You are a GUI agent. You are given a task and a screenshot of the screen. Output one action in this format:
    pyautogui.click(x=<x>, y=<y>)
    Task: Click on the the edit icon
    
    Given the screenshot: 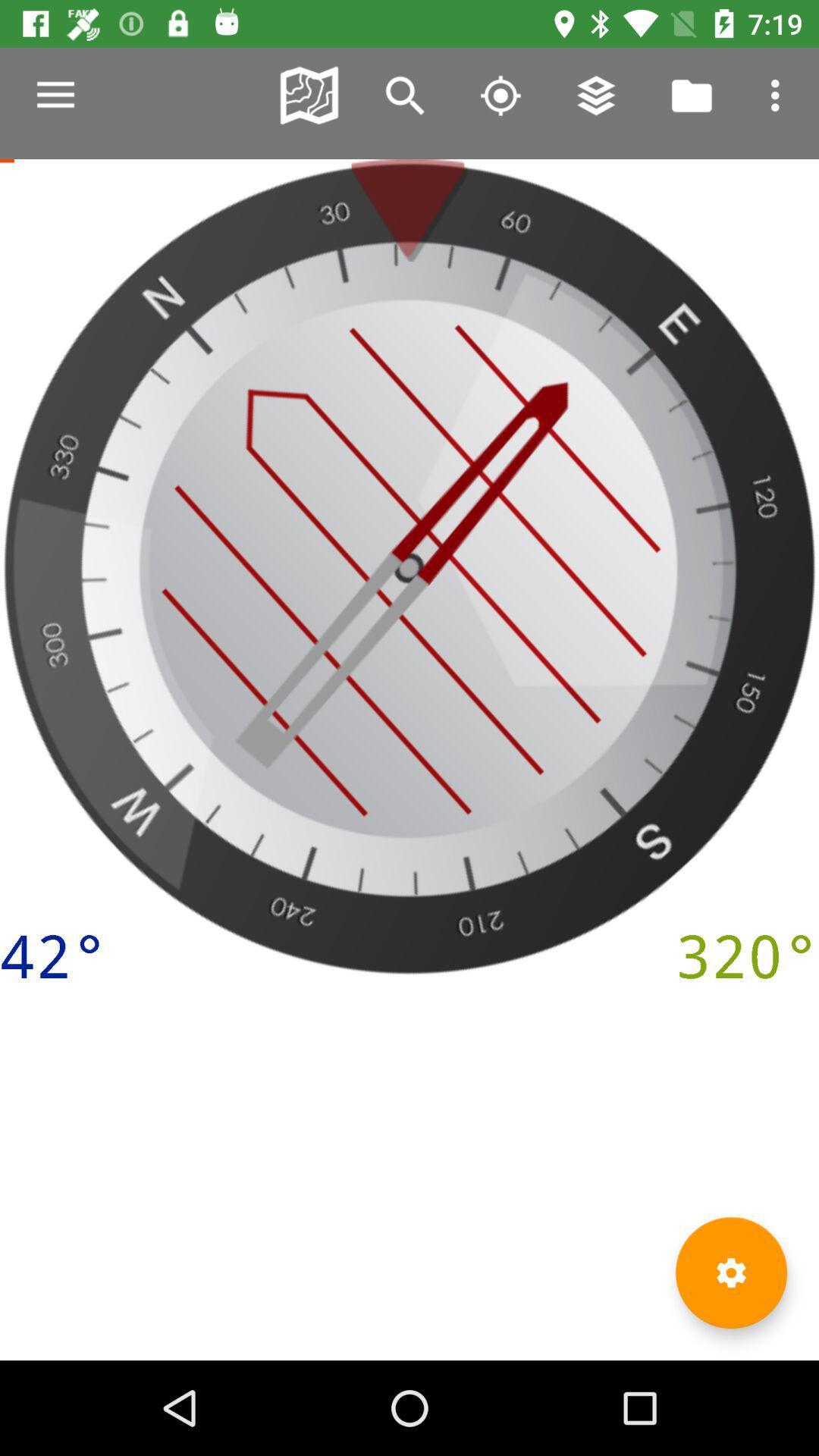 What is the action you would take?
    pyautogui.click(x=757, y=805)
    